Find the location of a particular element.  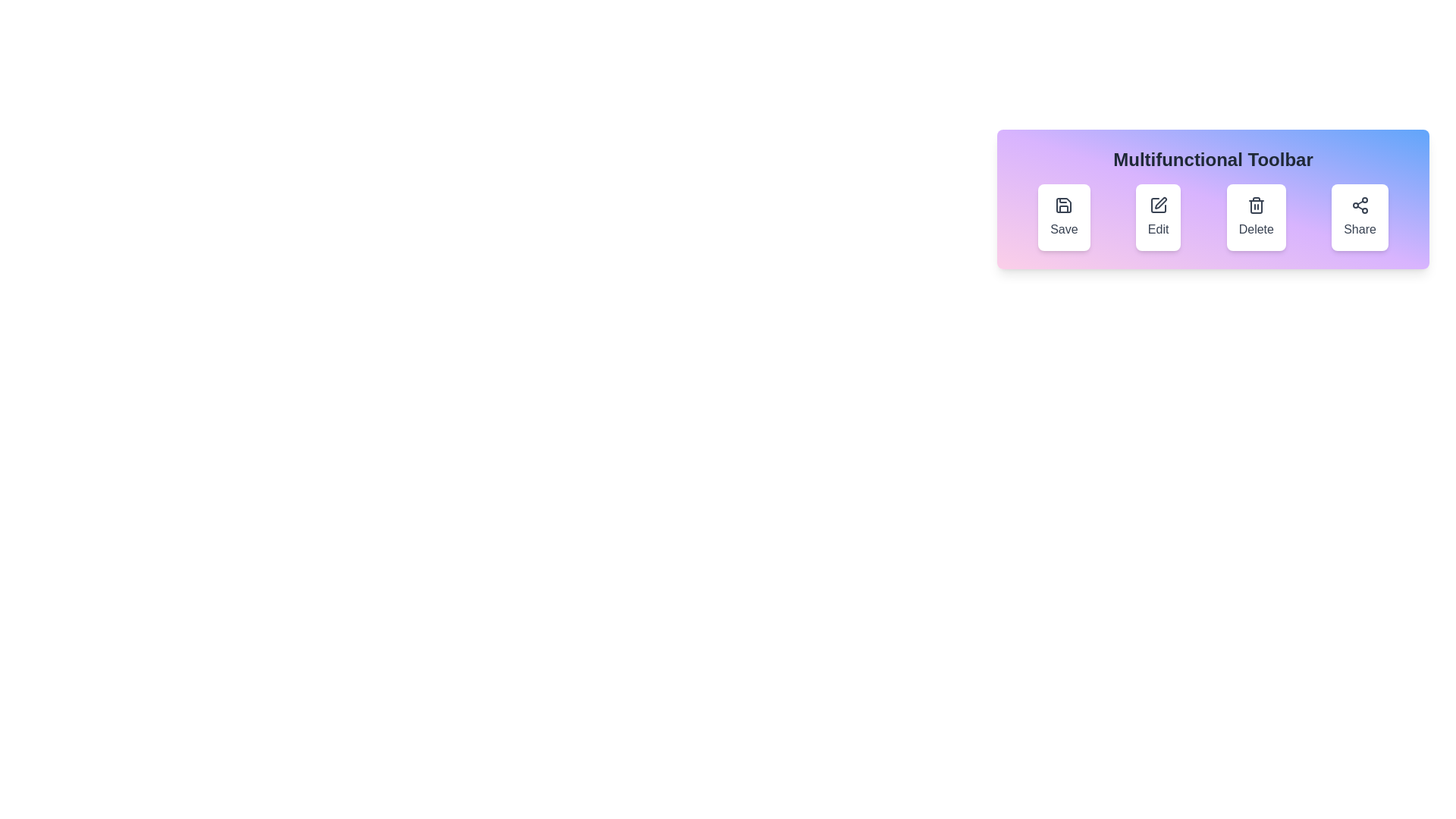

the Save icon, which is a floppy disk styled icon located within the first button on the toolbar is located at coordinates (1063, 205).